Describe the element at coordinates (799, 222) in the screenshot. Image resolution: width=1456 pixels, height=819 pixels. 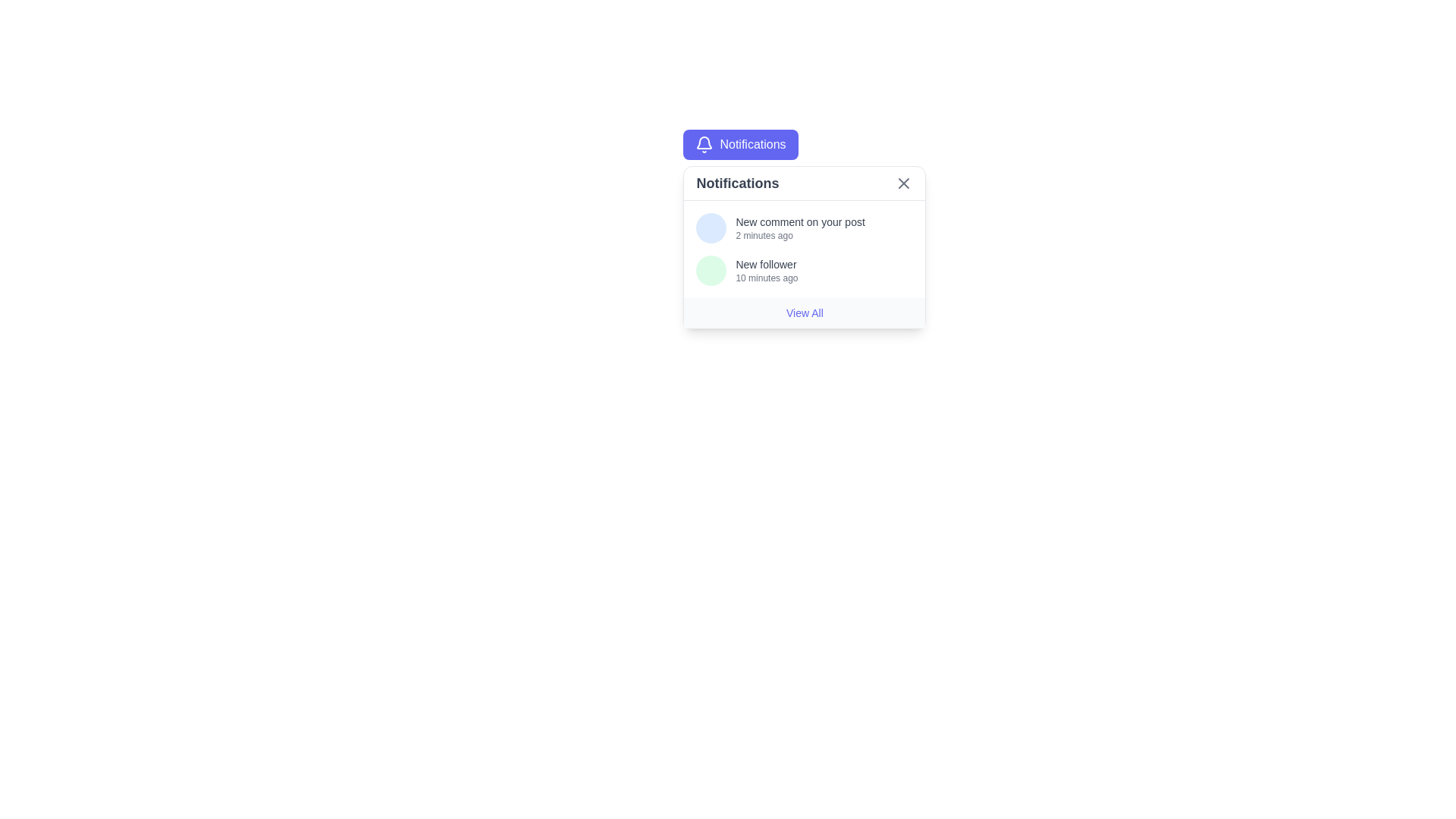
I see `the static text that indicates a new comment notification, located at the top-left corner of the notification card, above the timestamp '2 minutes ago'` at that location.